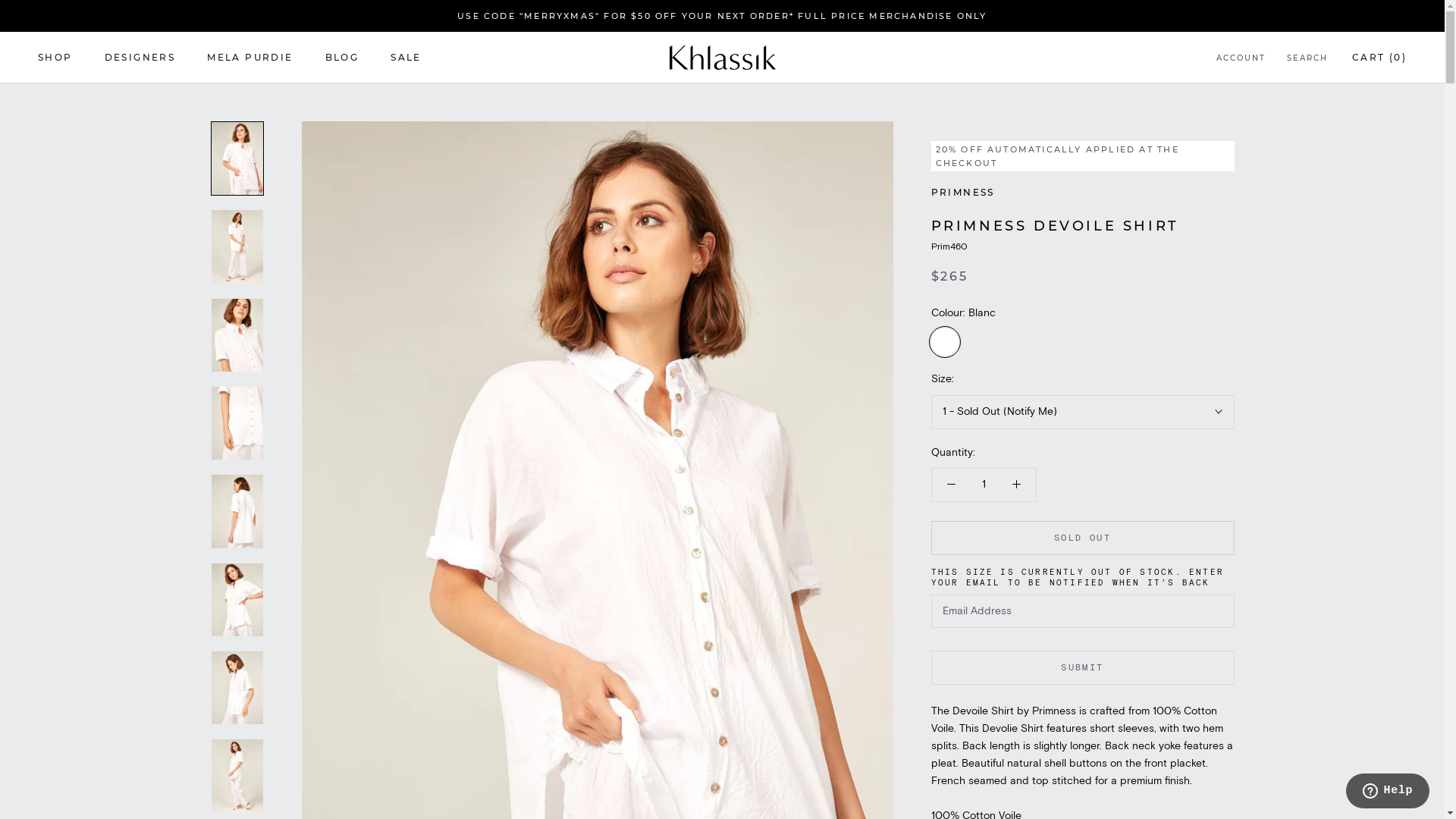  Describe the element at coordinates (1081, 667) in the screenshot. I see `'SUBMIT'` at that location.